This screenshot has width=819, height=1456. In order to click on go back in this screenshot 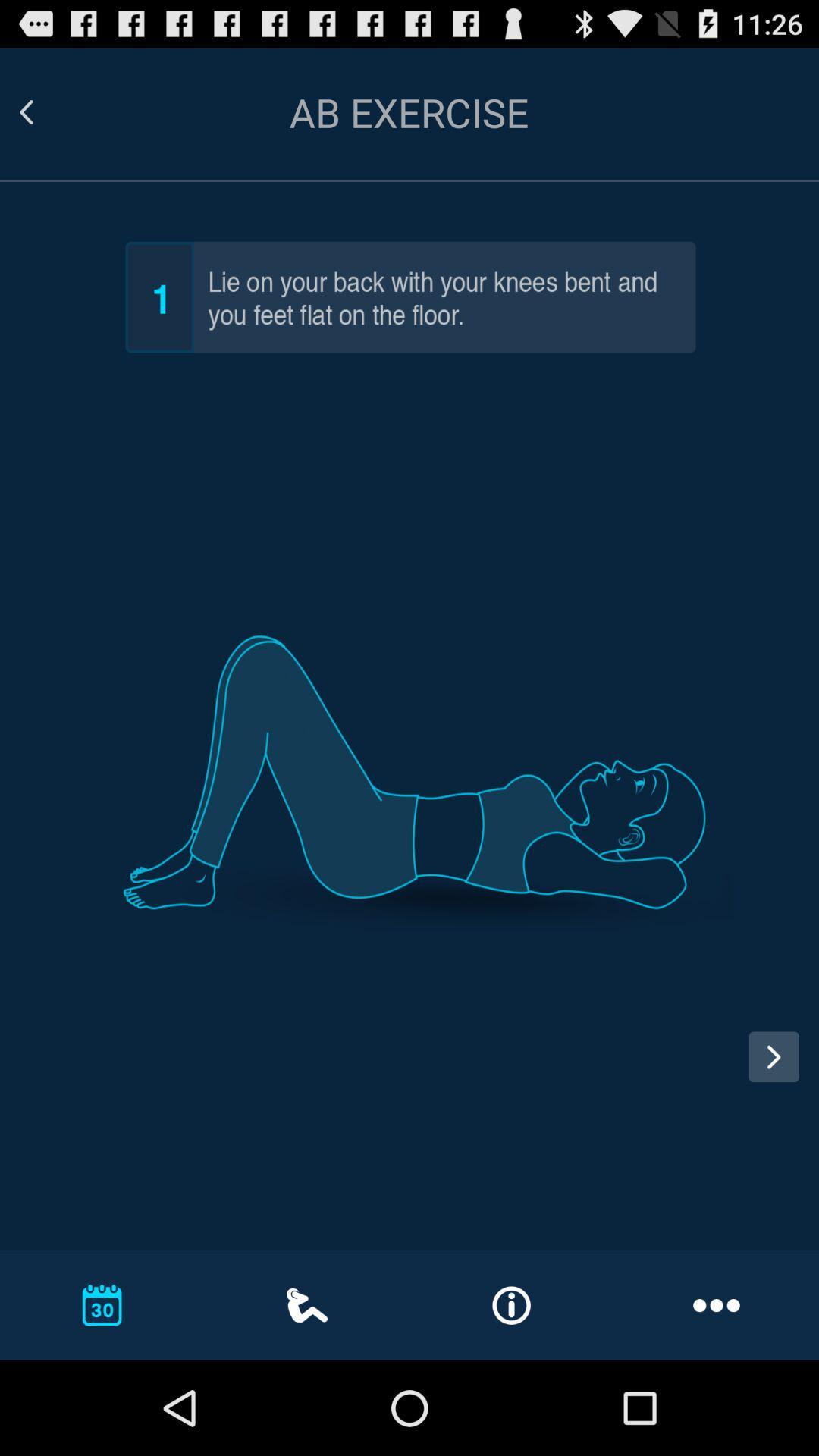, I will do `click(44, 111)`.